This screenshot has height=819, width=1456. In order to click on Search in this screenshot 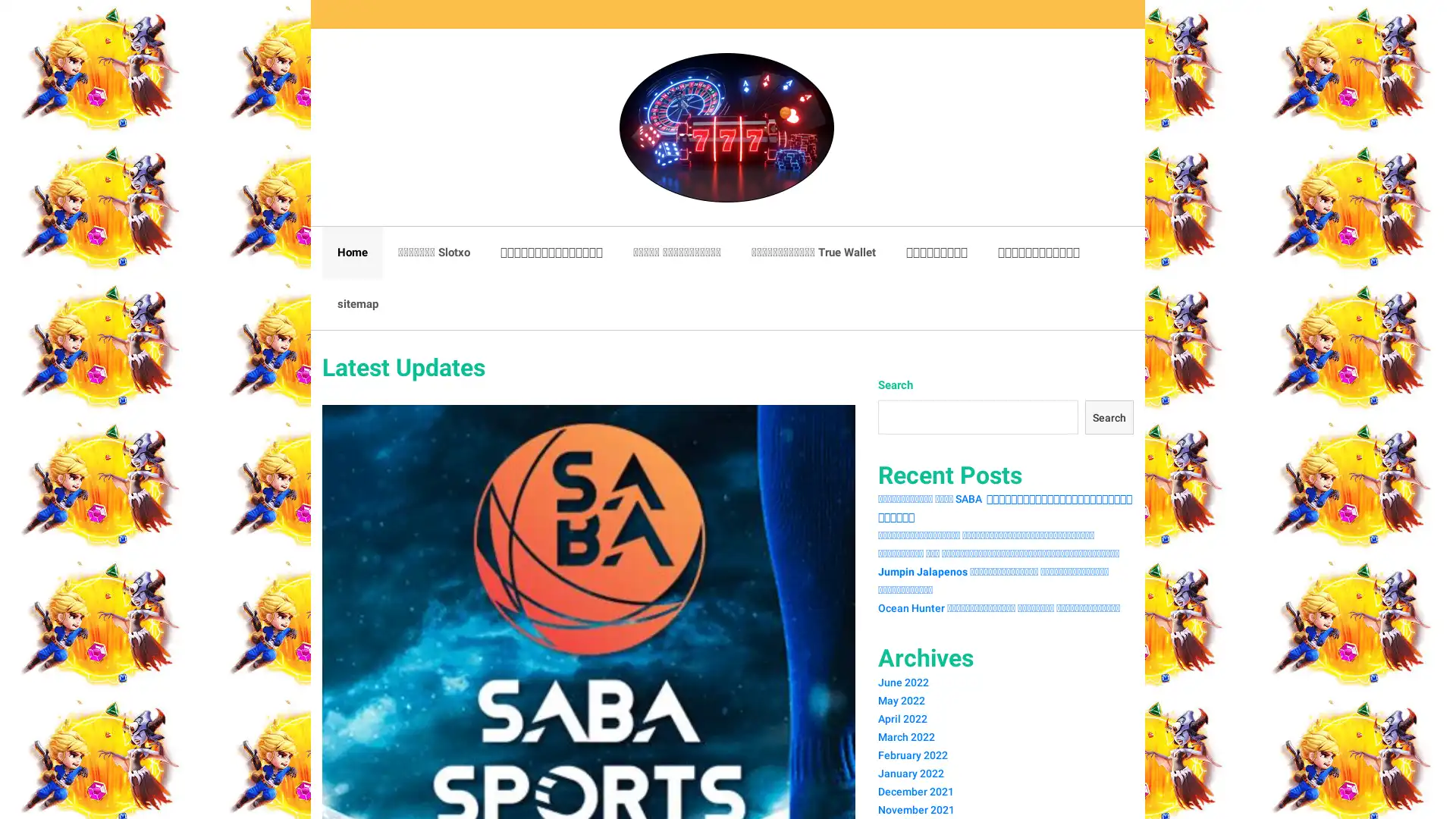, I will do `click(1107, 417)`.